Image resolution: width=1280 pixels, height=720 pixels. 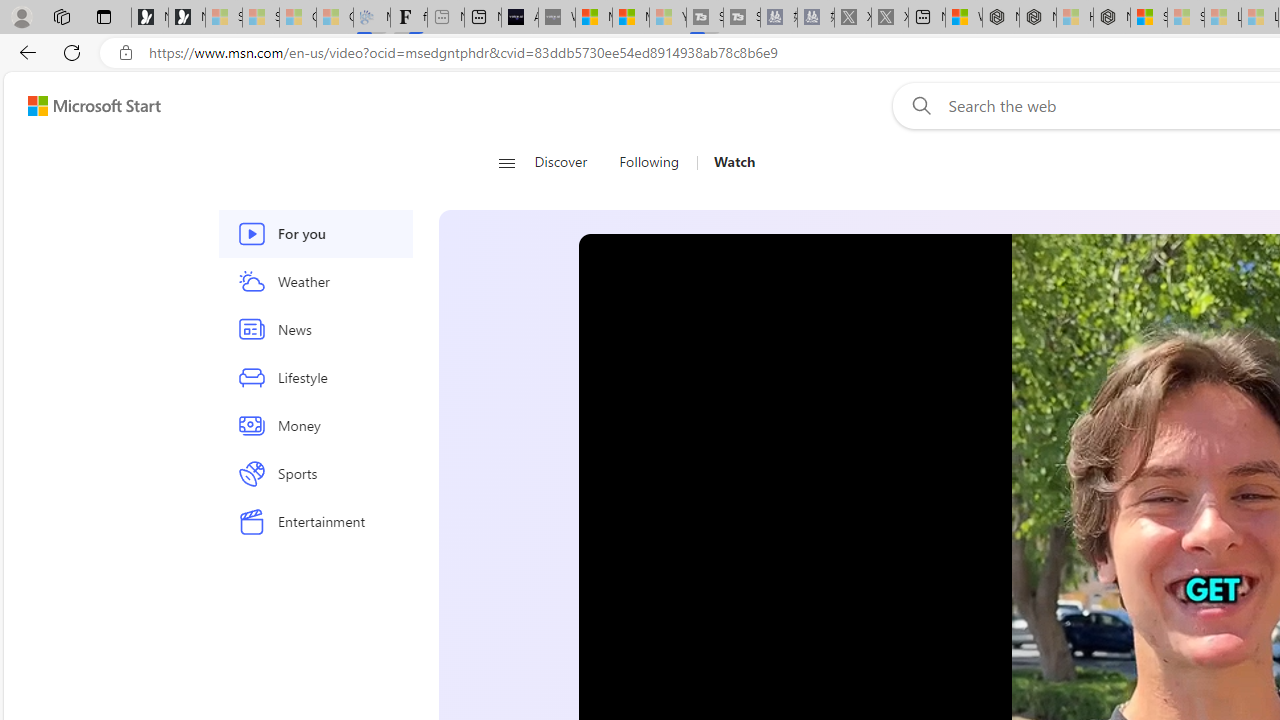 I want to click on 'Discover', so click(x=567, y=162).